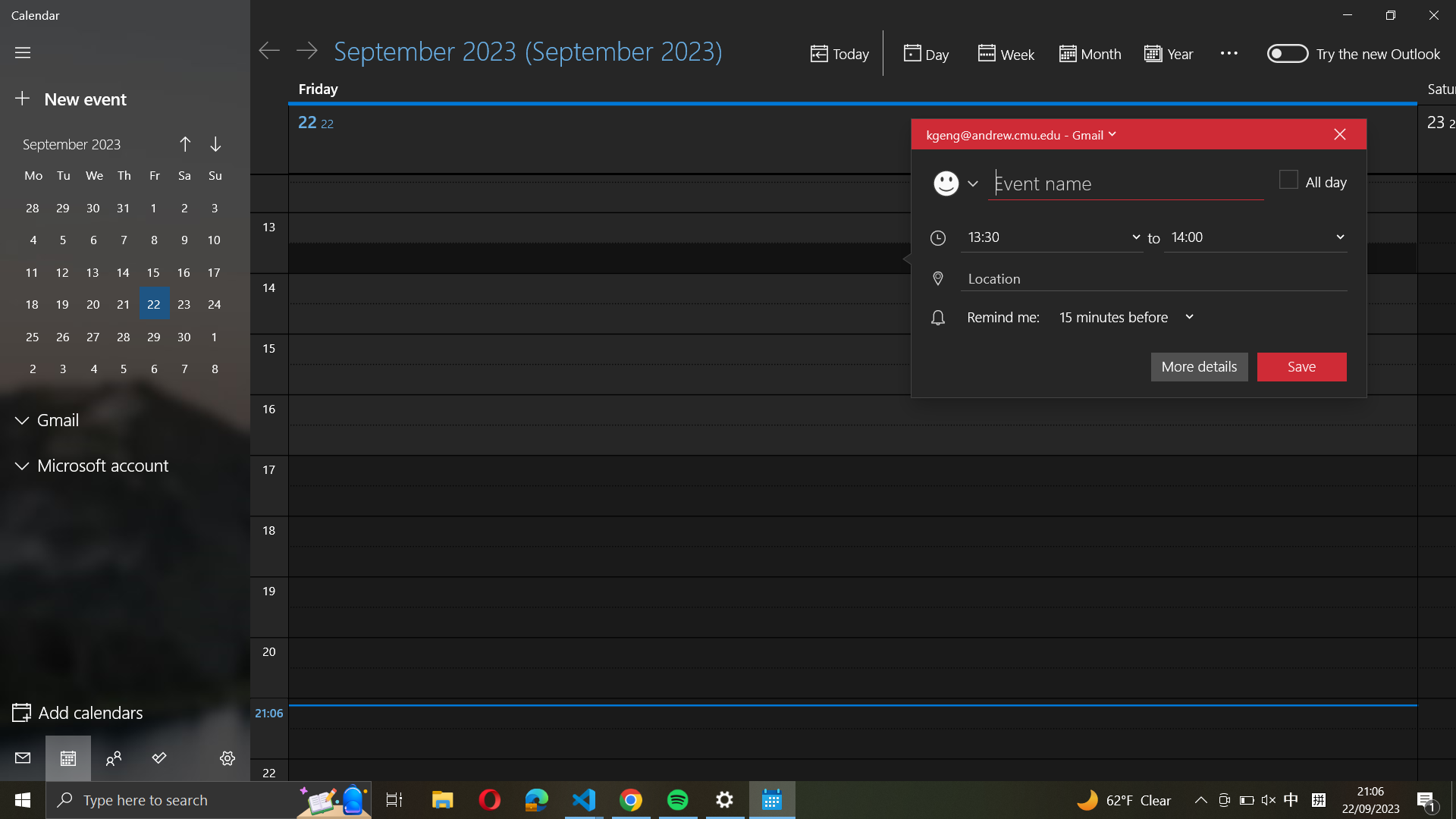 Image resolution: width=1456 pixels, height=819 pixels. Describe the element at coordinates (925, 52) in the screenshot. I see `View the daily calendar` at that location.